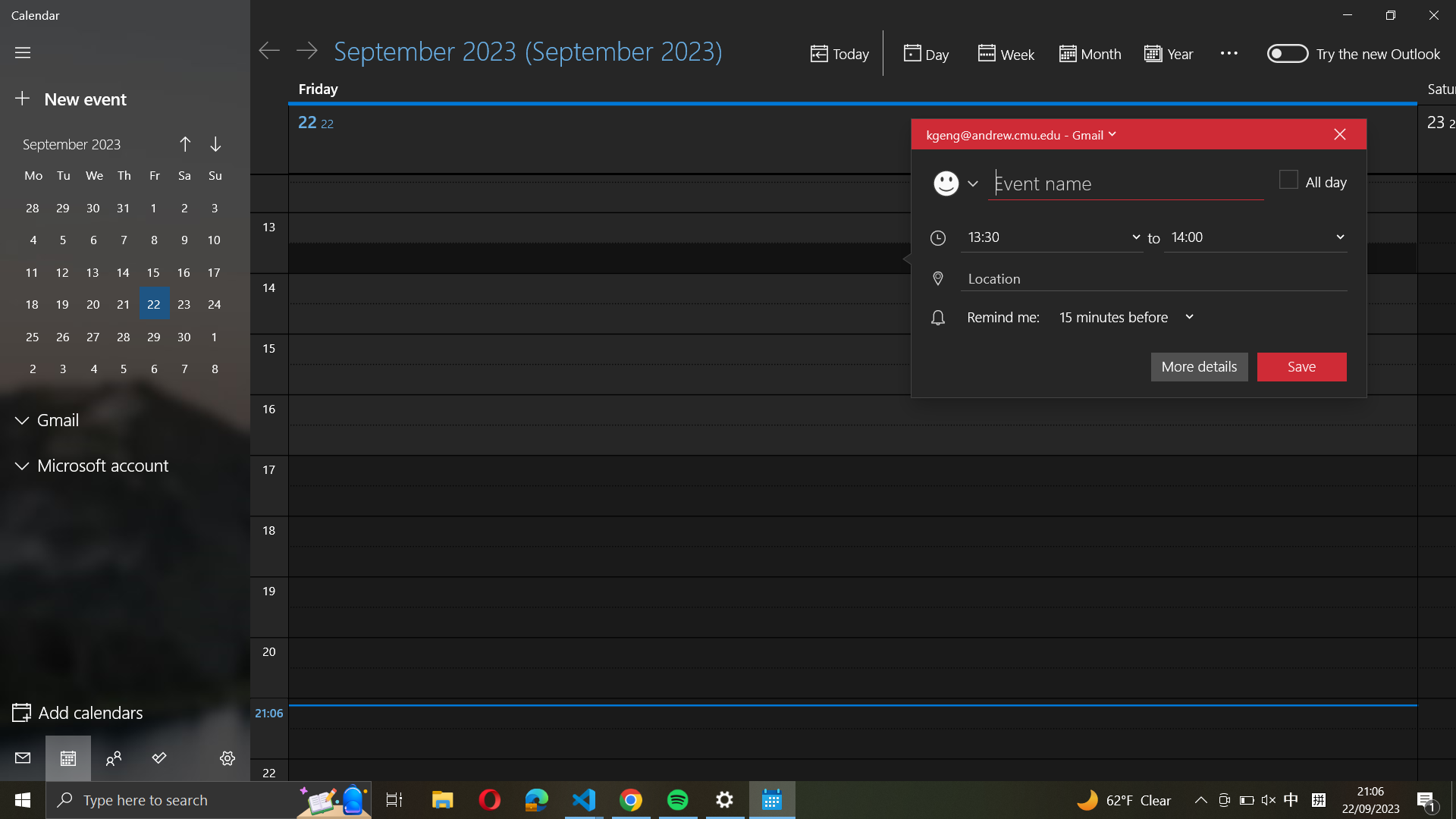 Image resolution: width=1456 pixels, height=819 pixels. Describe the element at coordinates (925, 52) in the screenshot. I see `View the daily calendar` at that location.